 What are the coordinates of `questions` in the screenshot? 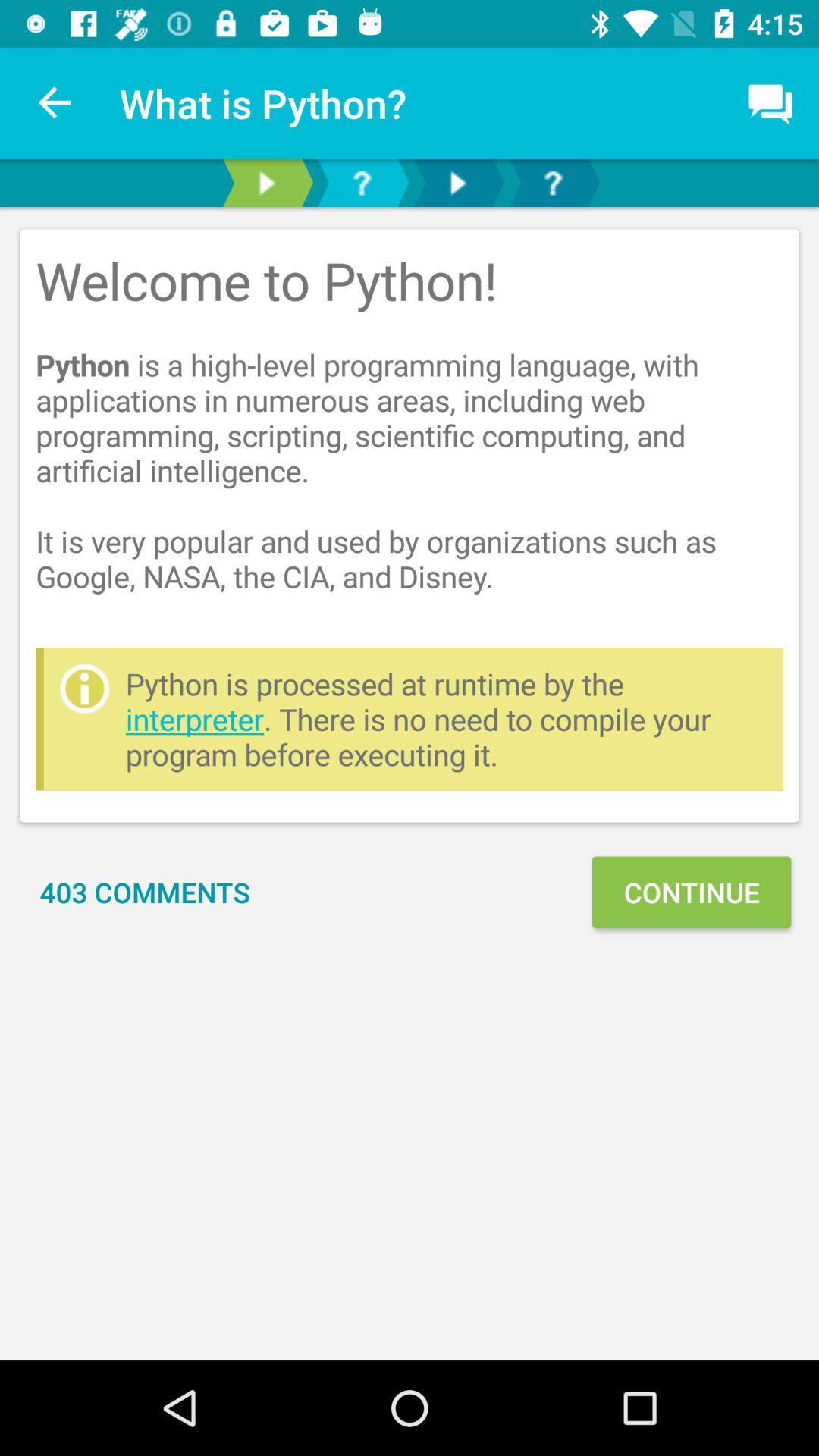 It's located at (362, 182).